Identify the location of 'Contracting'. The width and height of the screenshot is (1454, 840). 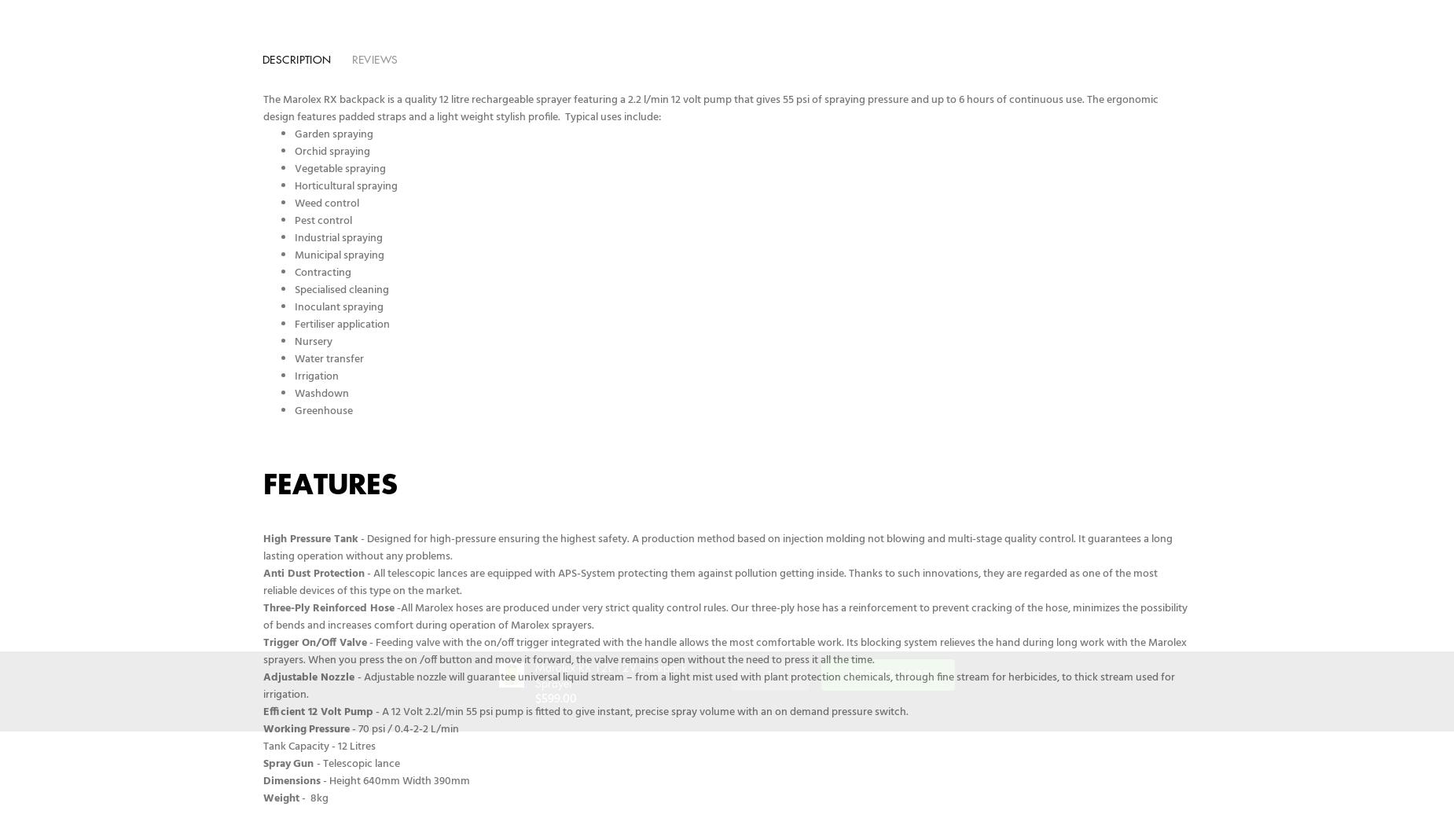
(323, 273).